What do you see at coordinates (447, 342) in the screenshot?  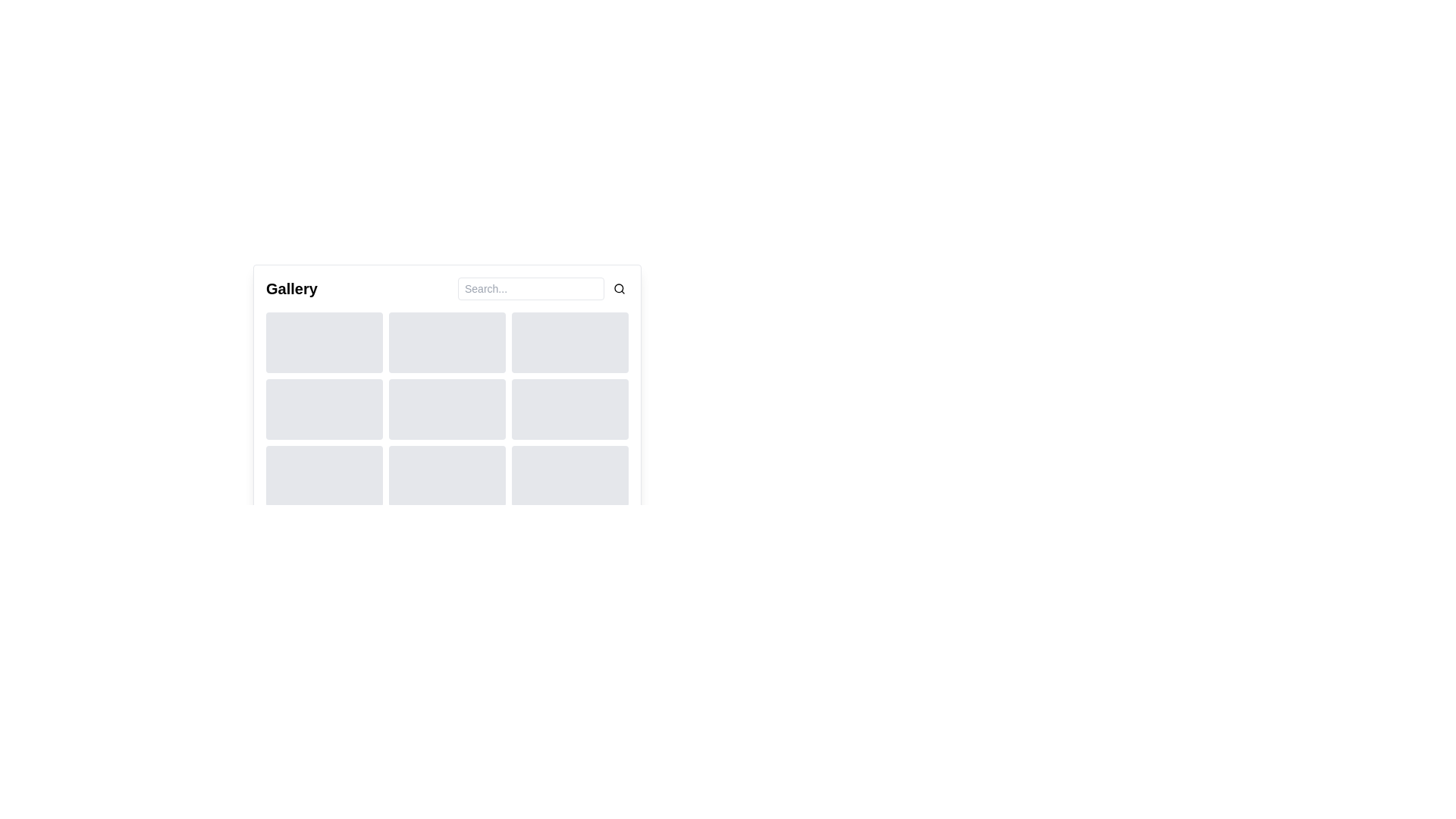 I see `the Placeholder box visually, which is a rectangular section with a light gray background` at bounding box center [447, 342].